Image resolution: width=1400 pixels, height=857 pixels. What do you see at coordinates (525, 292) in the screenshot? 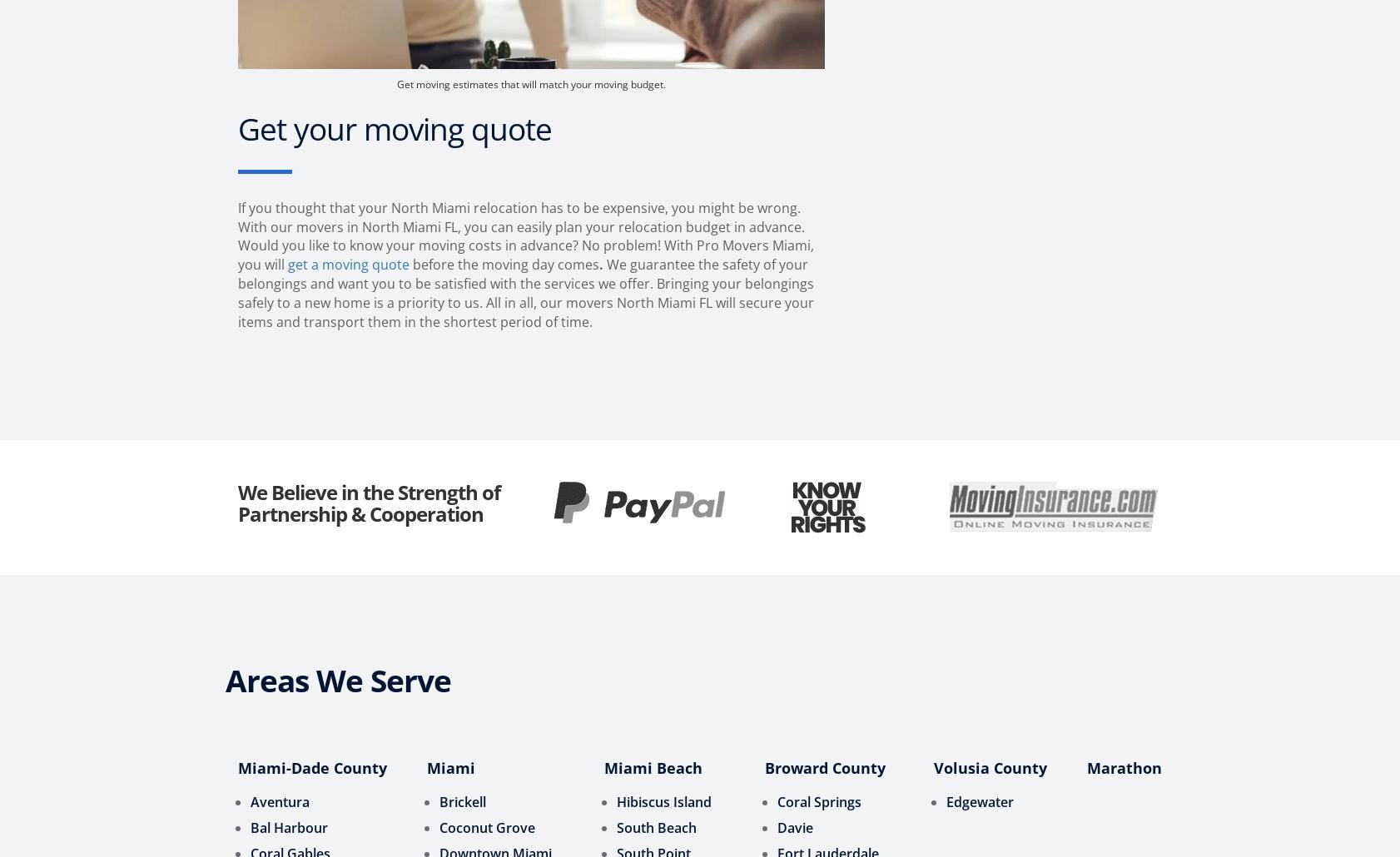
I see `'We guarantee the safety of your belongings and want you to be satisfied with the services we offer. Bringing your belongings safely to a new home is a priority to us. All in all, our movers North Miami FL will secure your items and transport them in the shortest period of time.'` at bounding box center [525, 292].